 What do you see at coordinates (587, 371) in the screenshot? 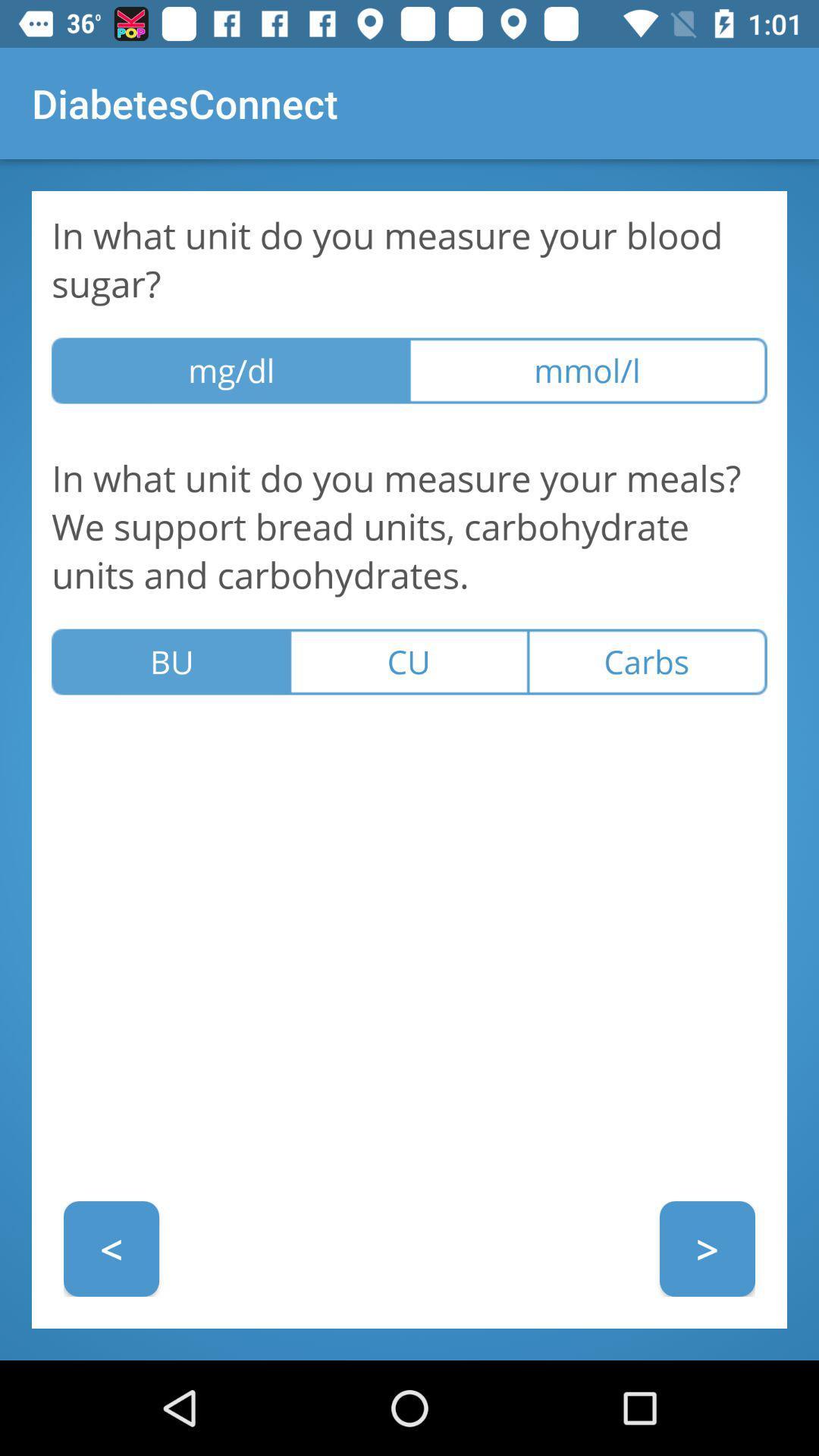
I see `icon above in what unit` at bounding box center [587, 371].